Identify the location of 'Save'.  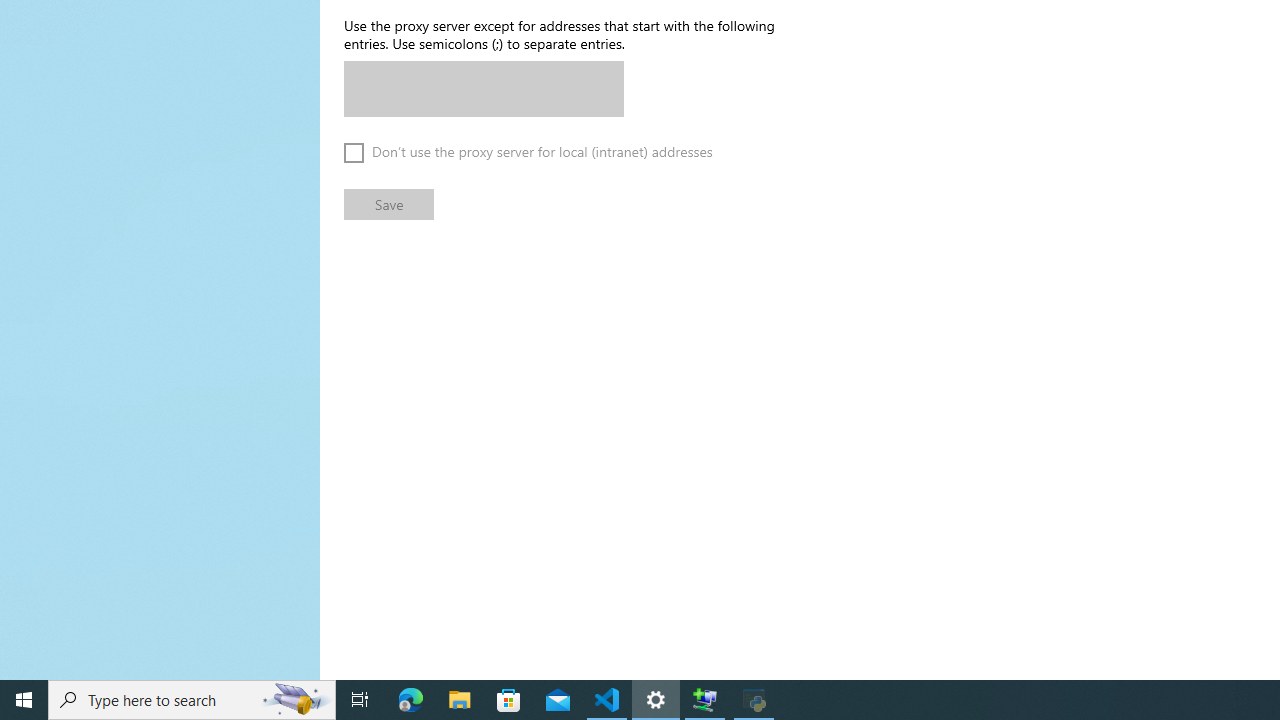
(389, 204).